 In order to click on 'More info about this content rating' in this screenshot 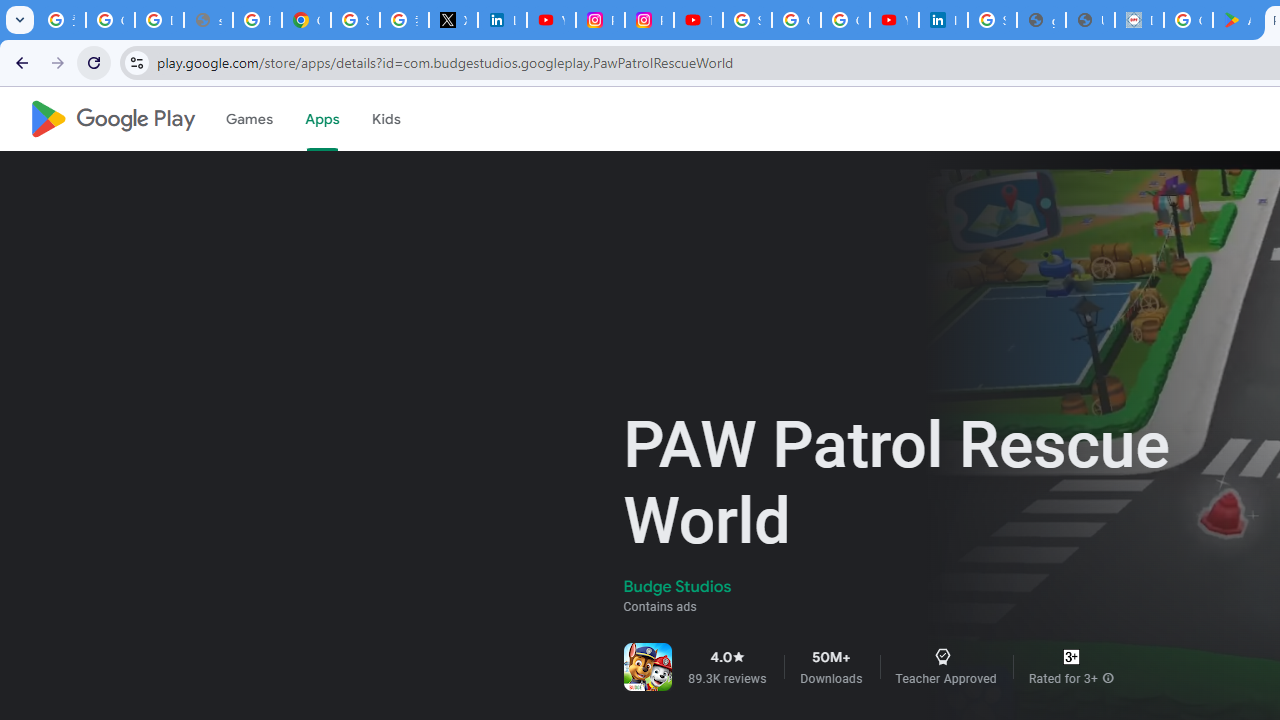, I will do `click(1107, 677)`.